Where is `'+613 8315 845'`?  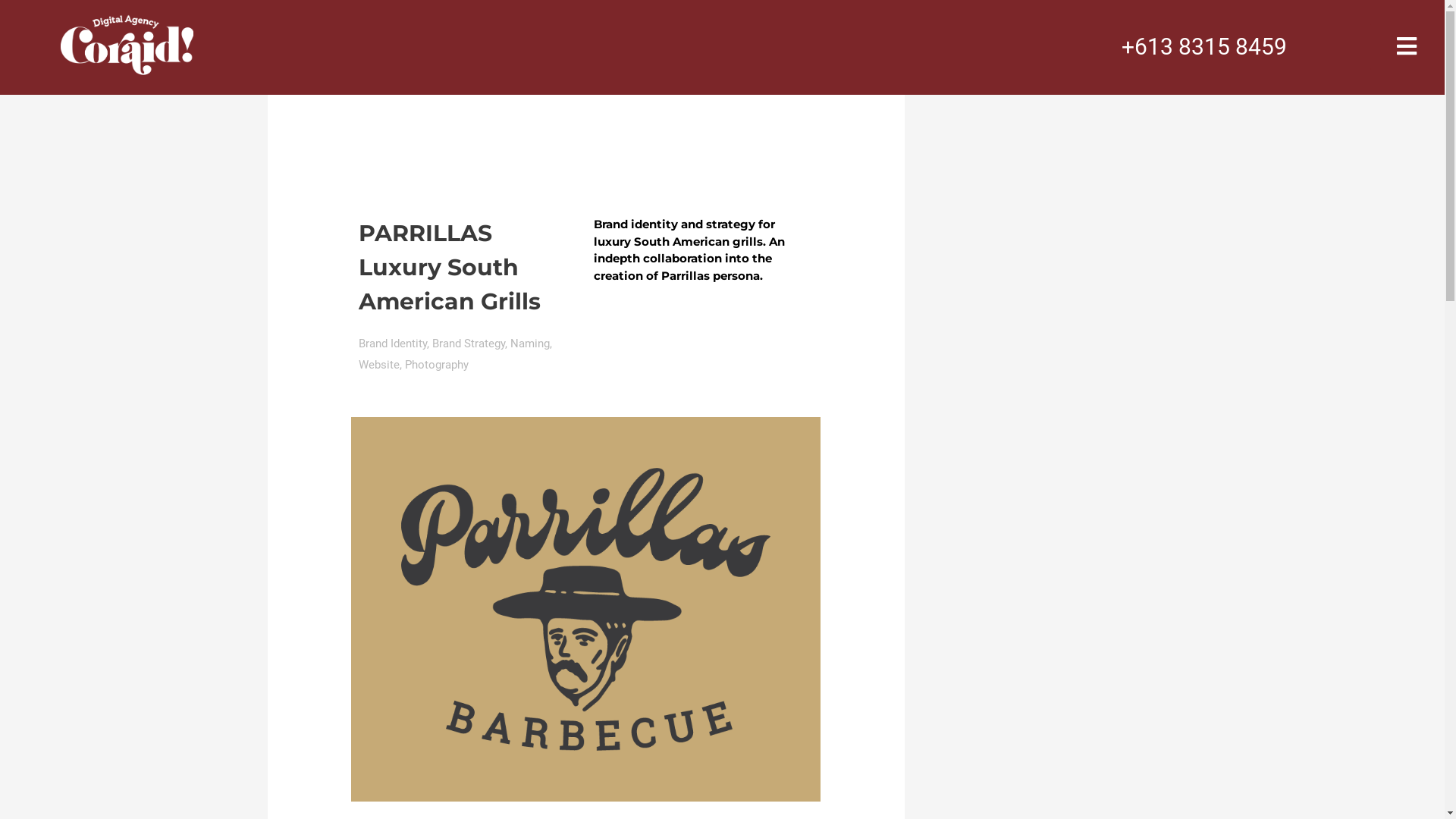
'+613 8315 845' is located at coordinates (1197, 45).